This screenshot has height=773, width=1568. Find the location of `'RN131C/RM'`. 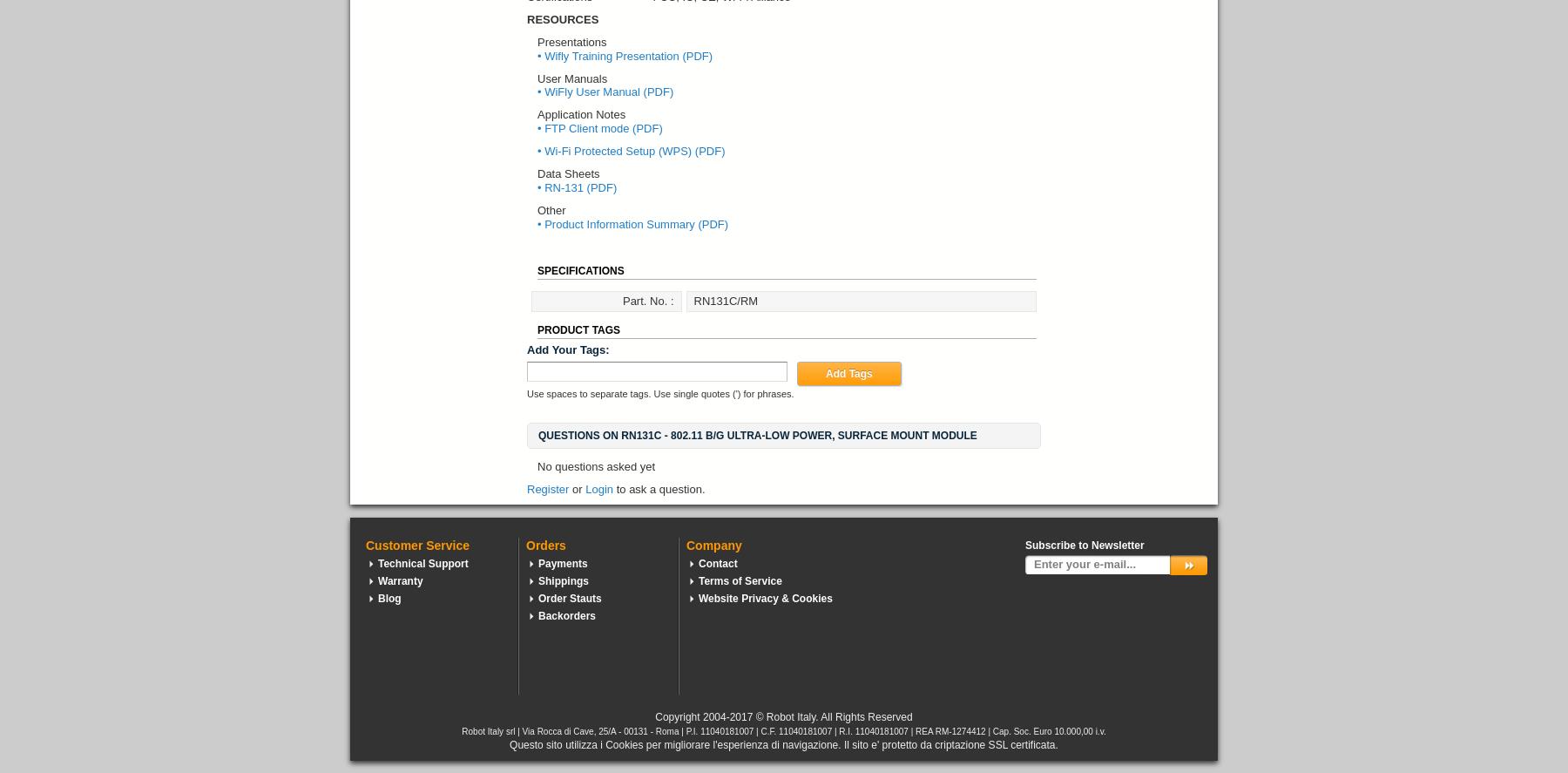

'RN131C/RM' is located at coordinates (726, 301).